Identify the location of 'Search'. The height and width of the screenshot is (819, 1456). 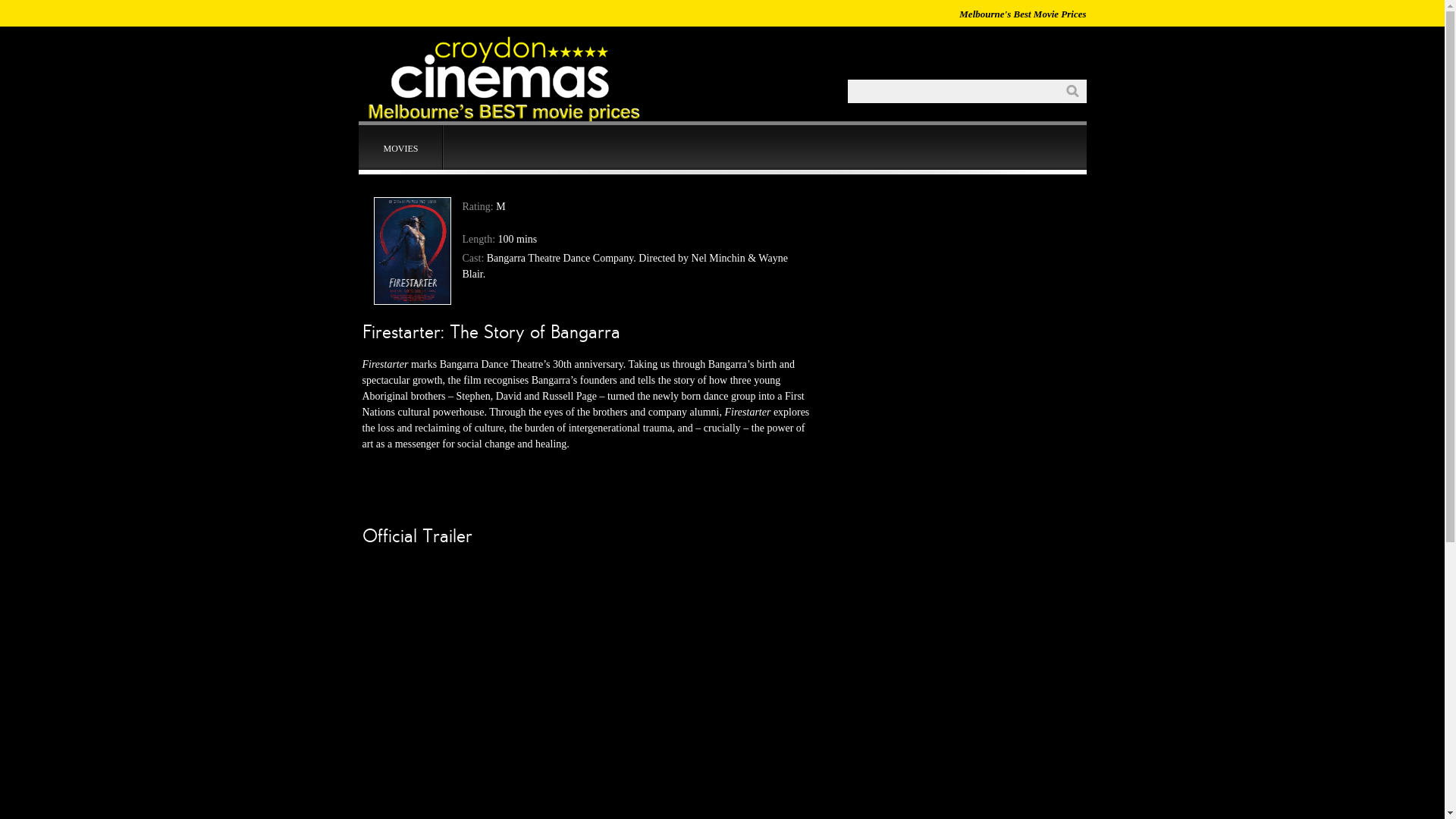
(1059, 91).